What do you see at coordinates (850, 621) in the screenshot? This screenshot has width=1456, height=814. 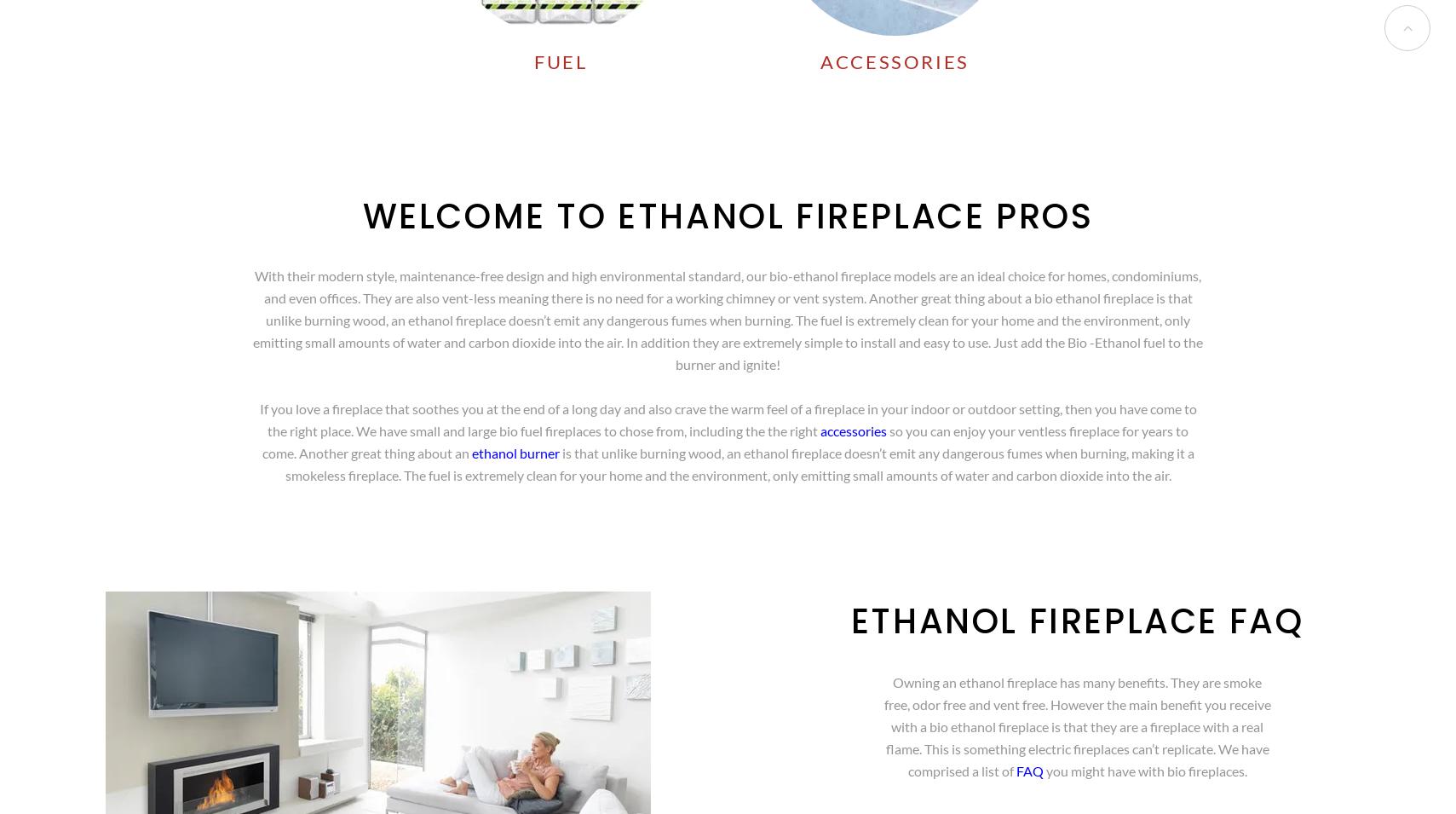 I see `'ETHANOL FIREPLACE FAQ'` at bounding box center [850, 621].